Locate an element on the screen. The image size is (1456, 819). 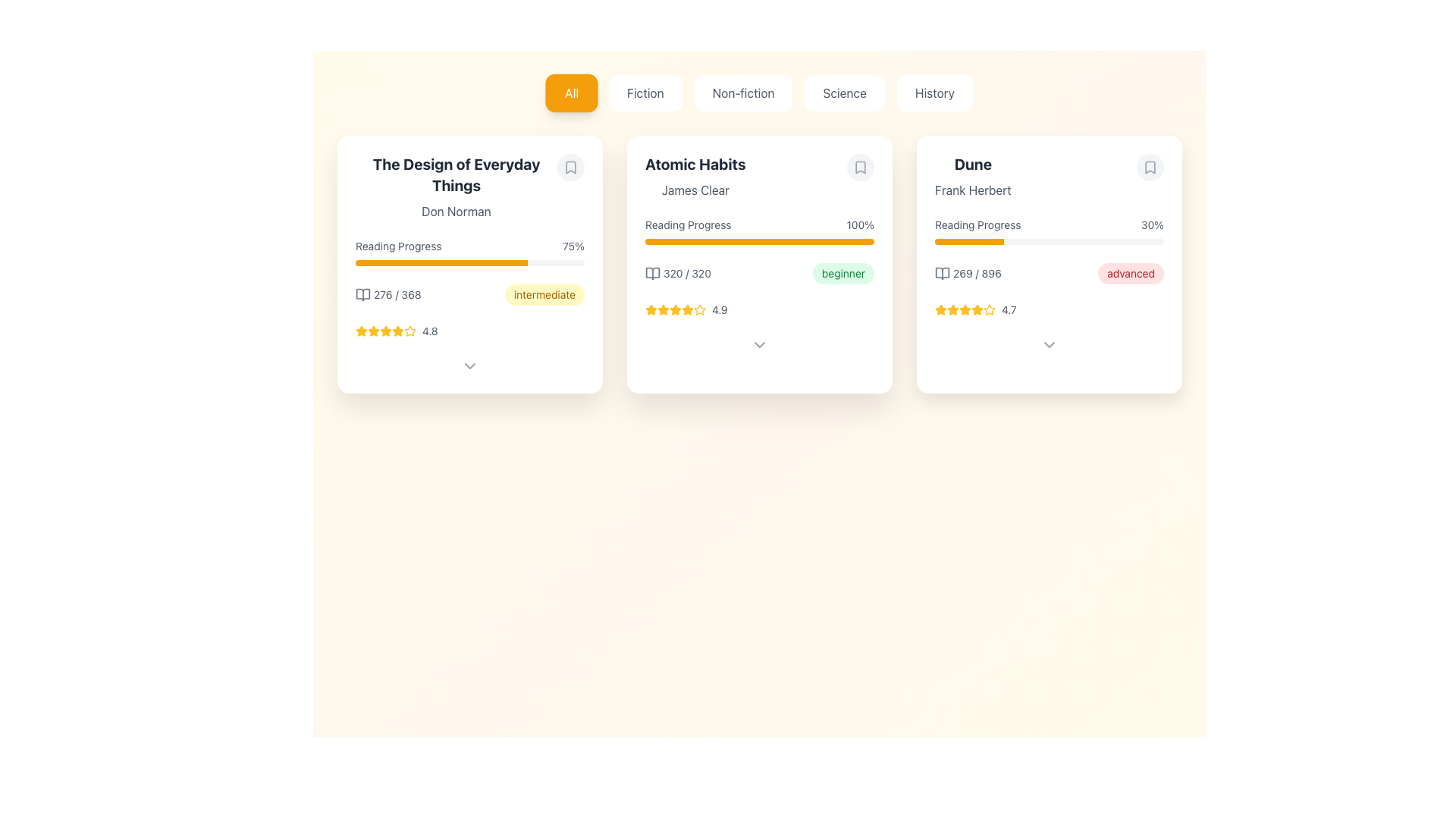
the fifth star-shaped rating indicator in the rating section of the 'Dune' card is located at coordinates (990, 309).